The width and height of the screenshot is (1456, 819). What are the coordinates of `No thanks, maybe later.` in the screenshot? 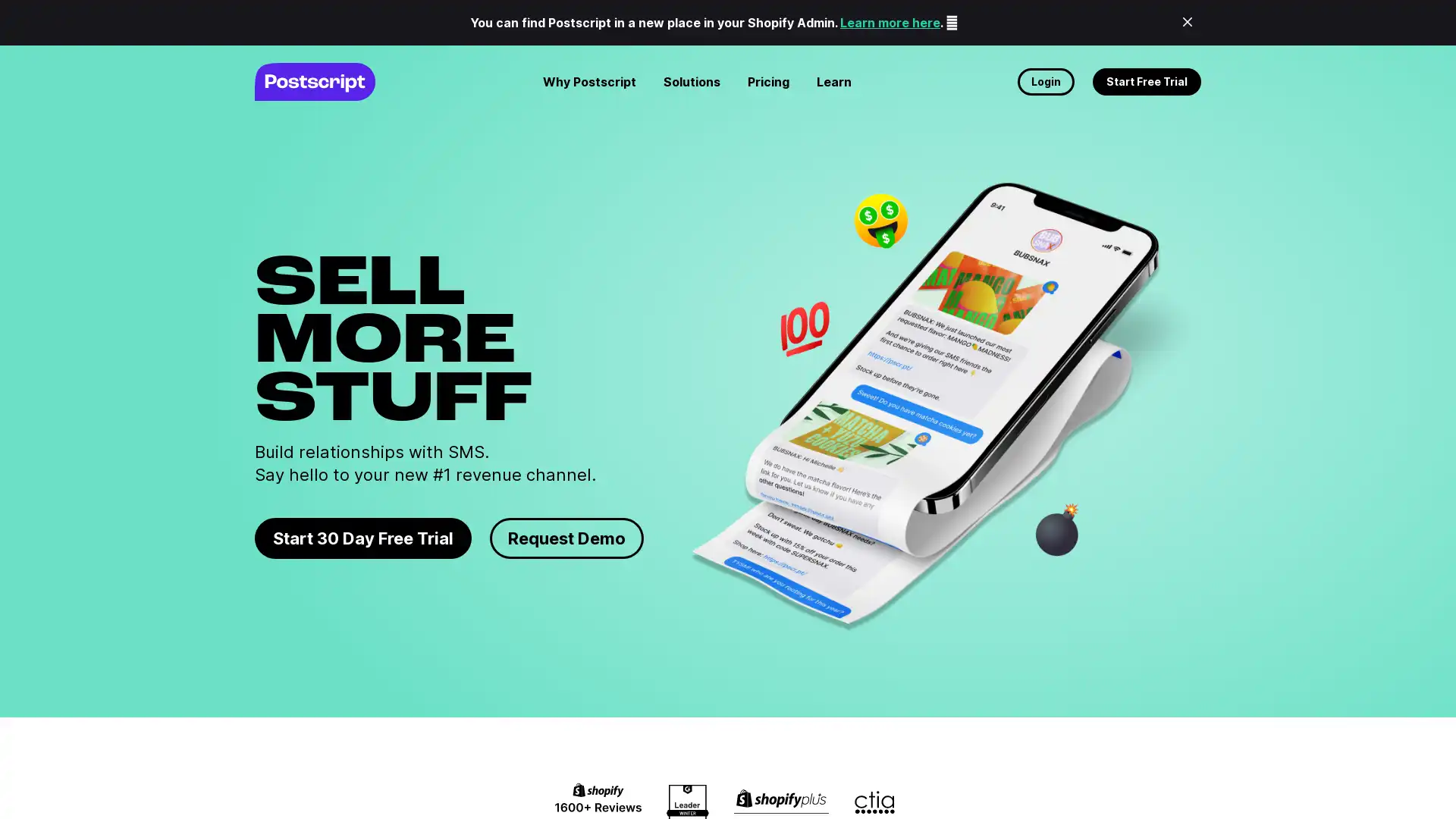 It's located at (1314, 795).